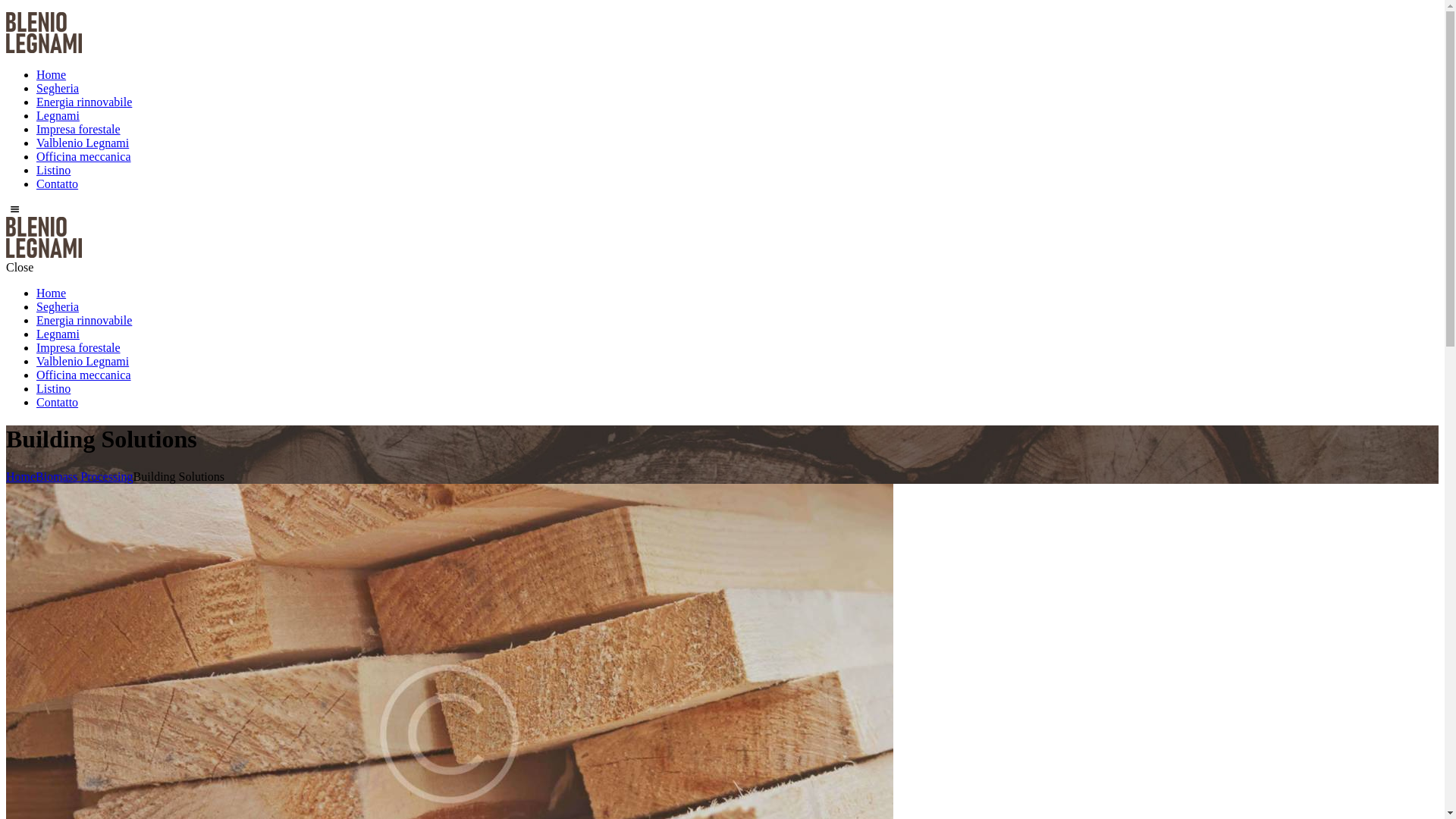  What do you see at coordinates (58, 306) in the screenshot?
I see `'Segheria'` at bounding box center [58, 306].